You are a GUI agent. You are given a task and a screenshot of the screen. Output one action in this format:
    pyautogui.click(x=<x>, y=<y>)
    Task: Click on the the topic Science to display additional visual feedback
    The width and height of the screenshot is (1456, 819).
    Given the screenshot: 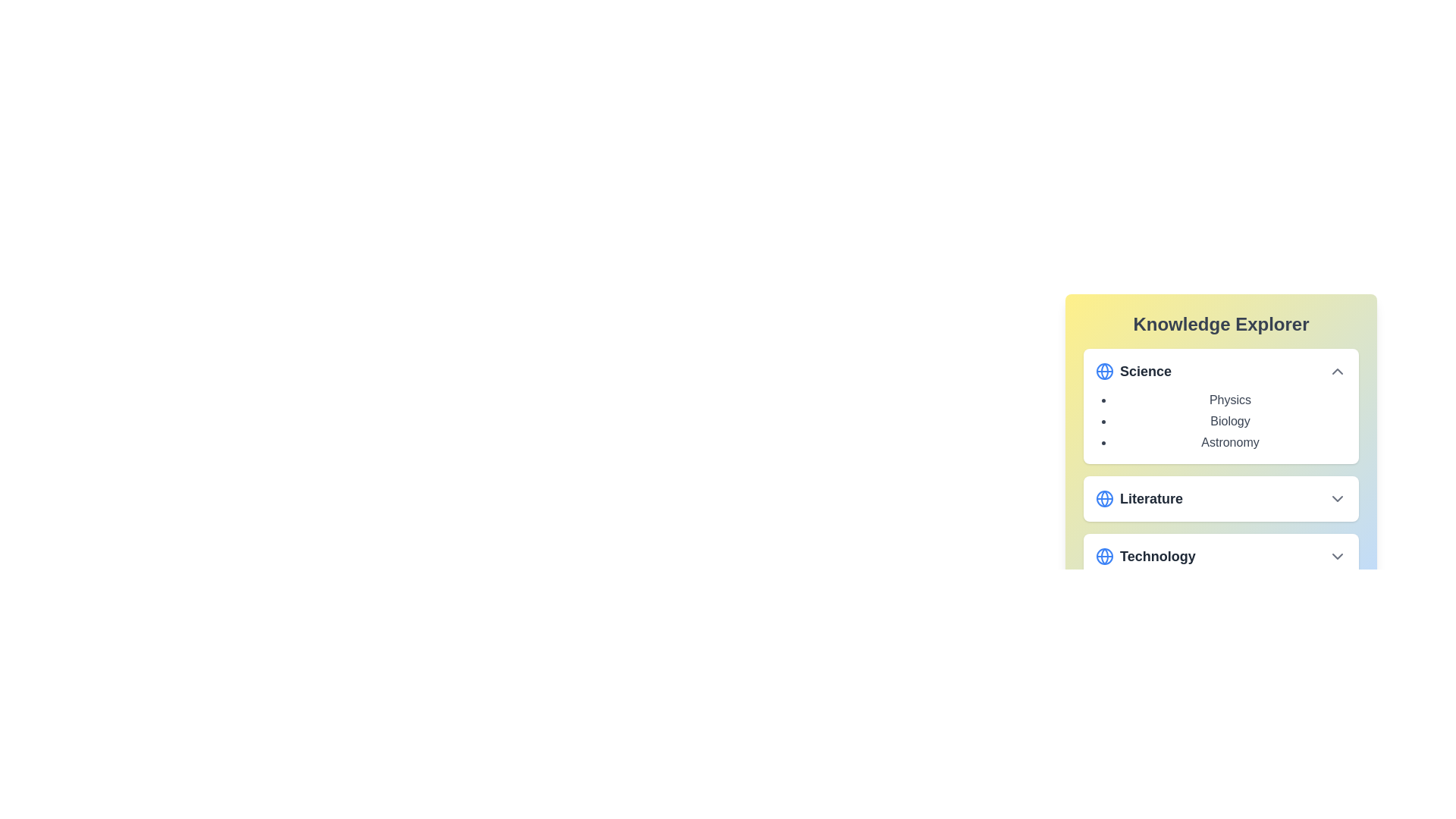 What is the action you would take?
    pyautogui.click(x=1221, y=371)
    